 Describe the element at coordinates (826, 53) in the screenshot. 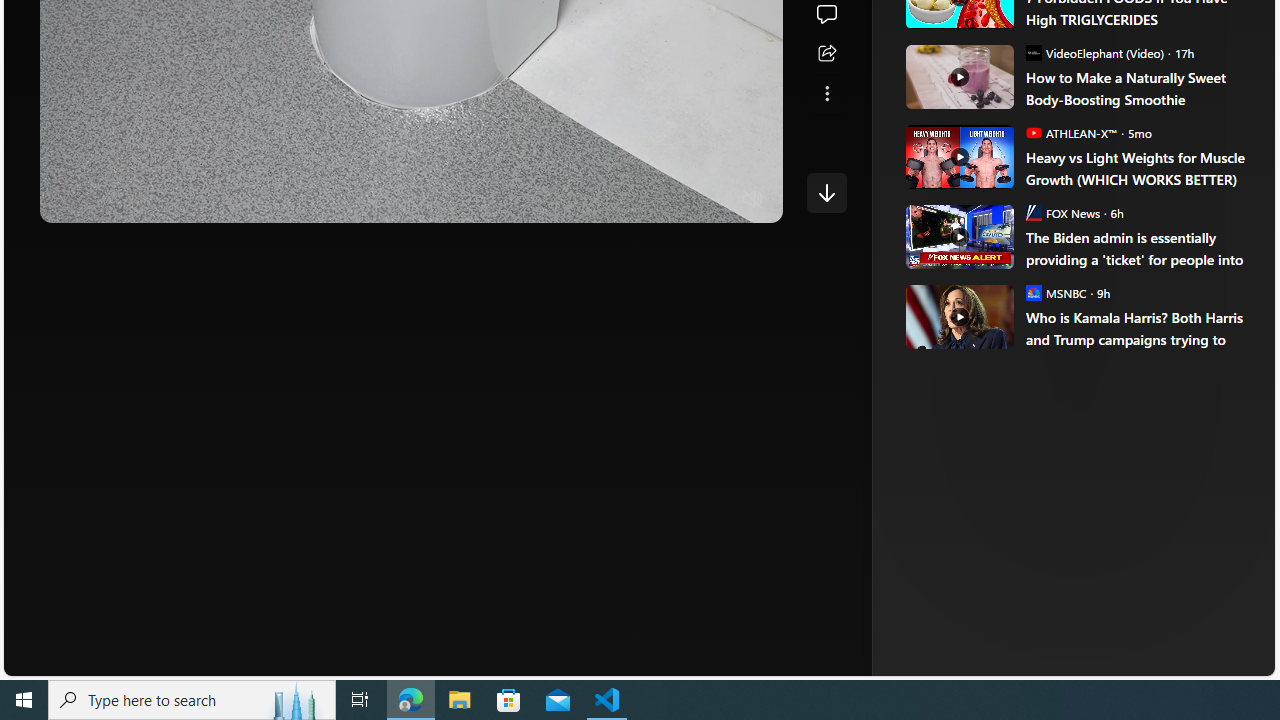

I see `'Share this story'` at that location.